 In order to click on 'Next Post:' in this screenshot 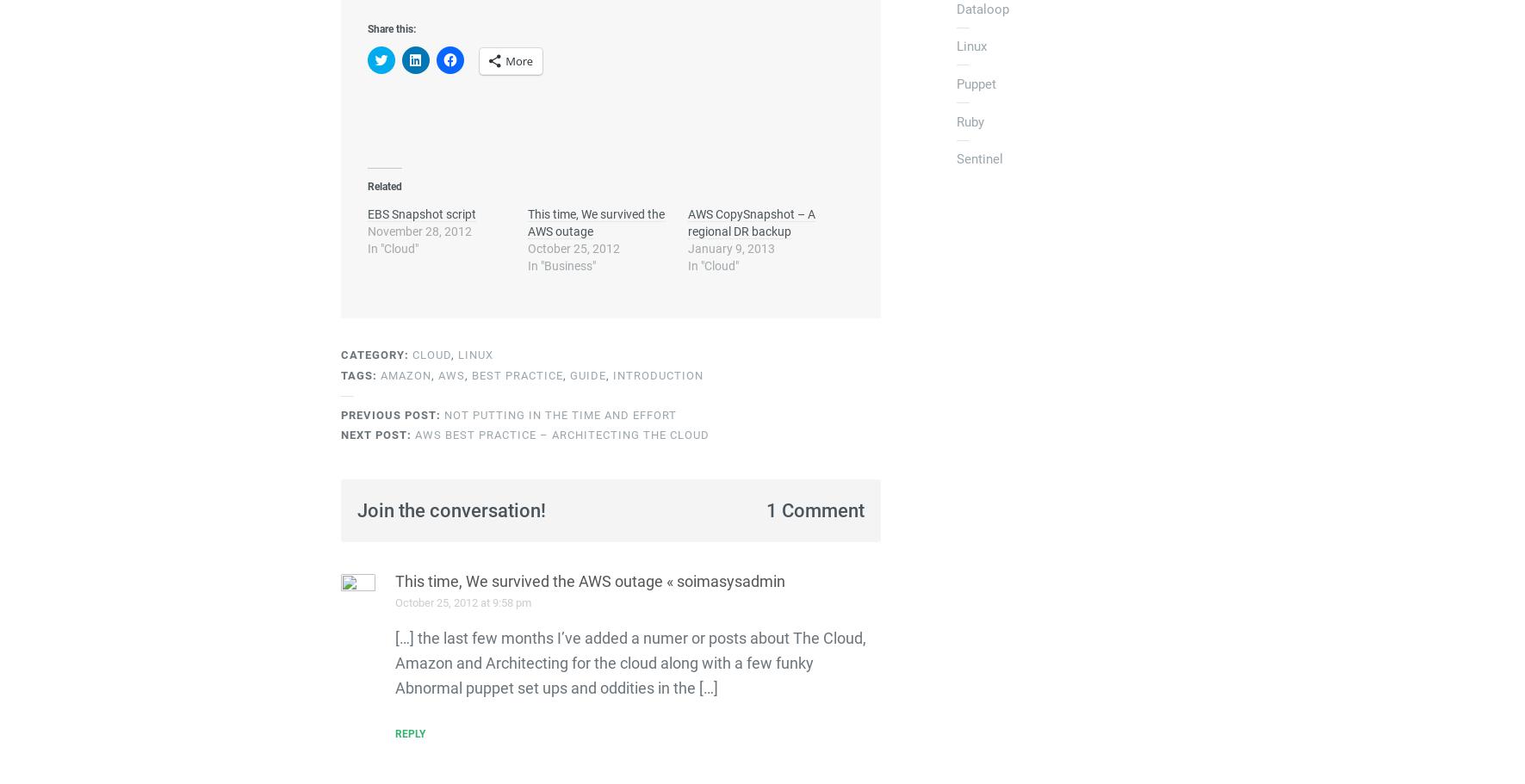, I will do `click(375, 435)`.